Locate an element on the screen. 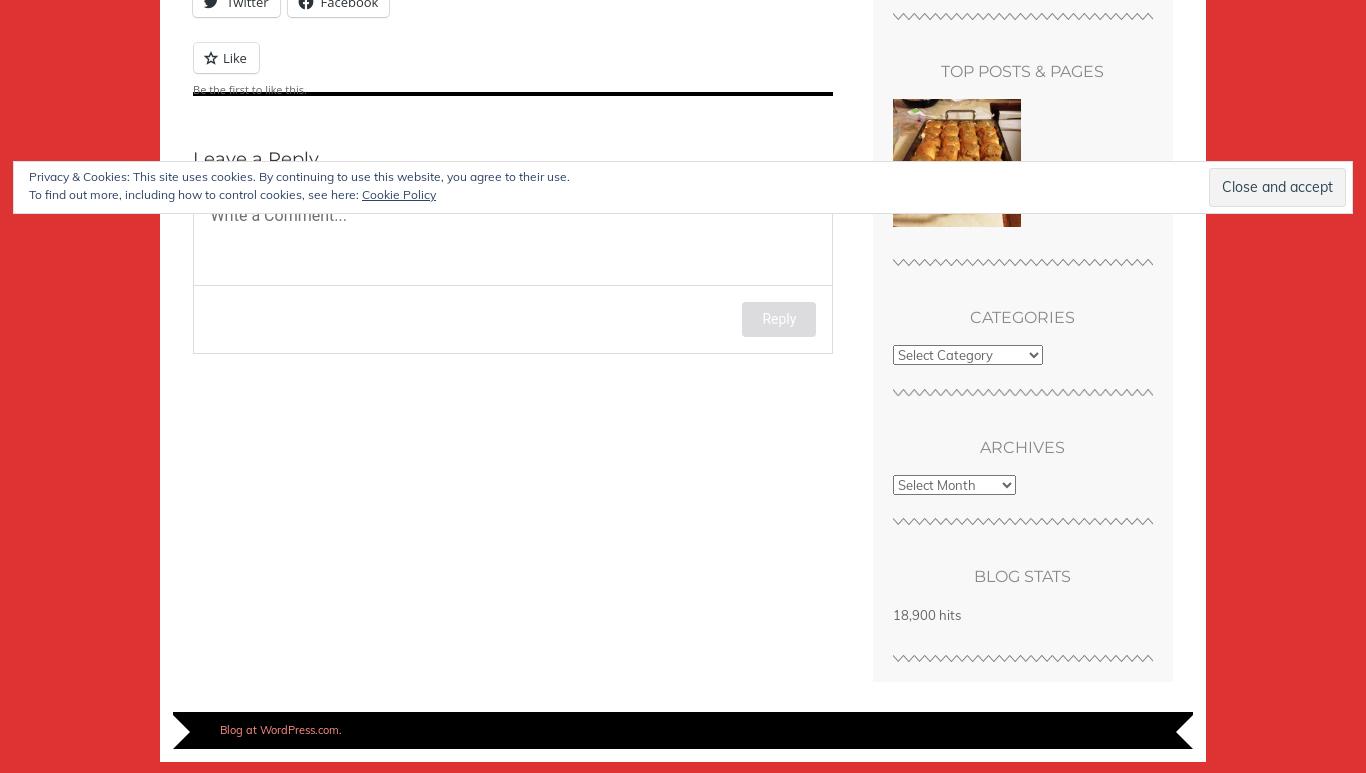  'Reply' is located at coordinates (779, 317).